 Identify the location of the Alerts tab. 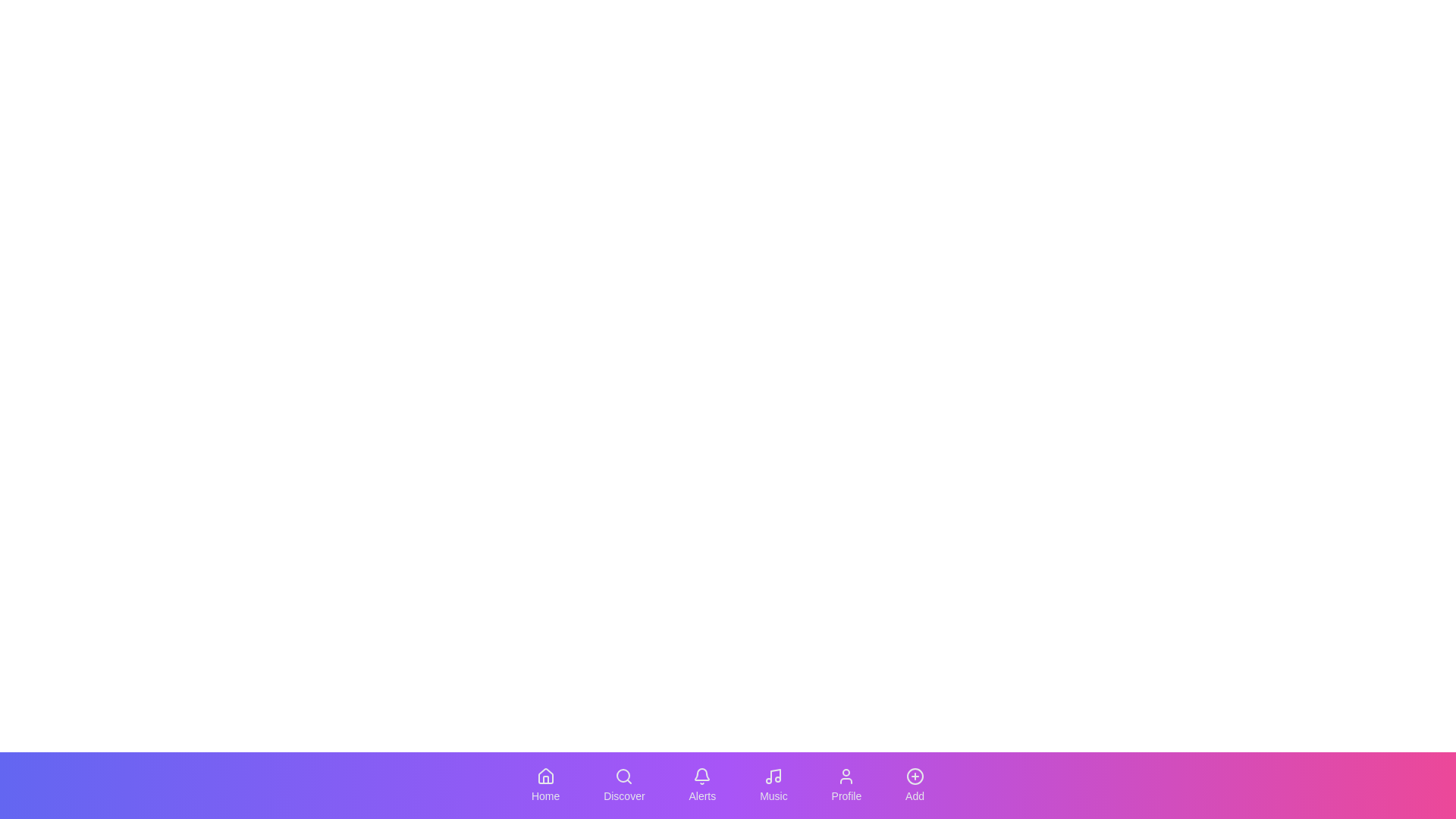
(701, 785).